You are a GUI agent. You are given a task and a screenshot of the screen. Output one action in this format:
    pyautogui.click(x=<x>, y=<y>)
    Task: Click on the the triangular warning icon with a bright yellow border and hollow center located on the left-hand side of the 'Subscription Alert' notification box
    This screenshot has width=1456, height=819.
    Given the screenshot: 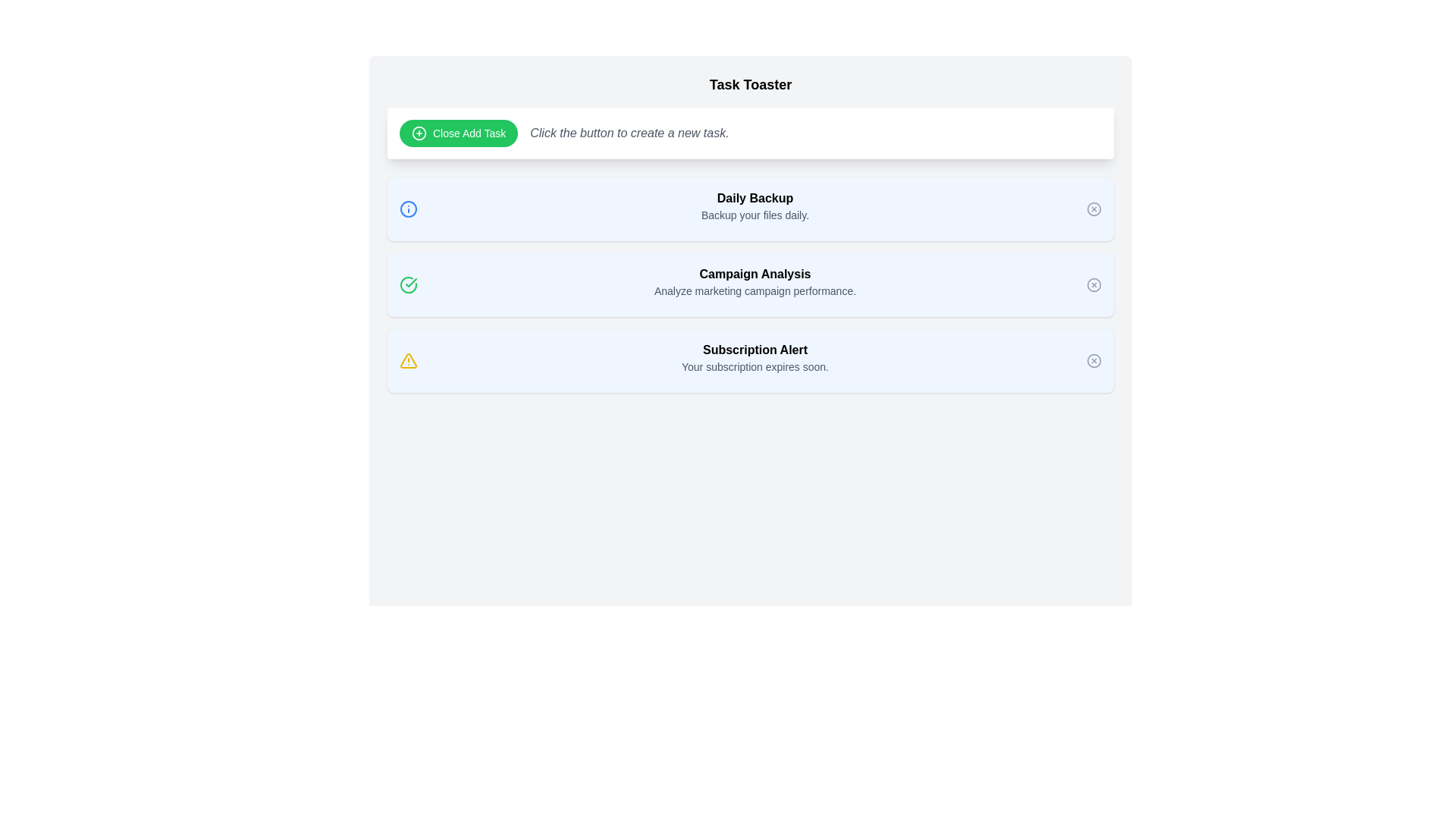 What is the action you would take?
    pyautogui.click(x=408, y=360)
    